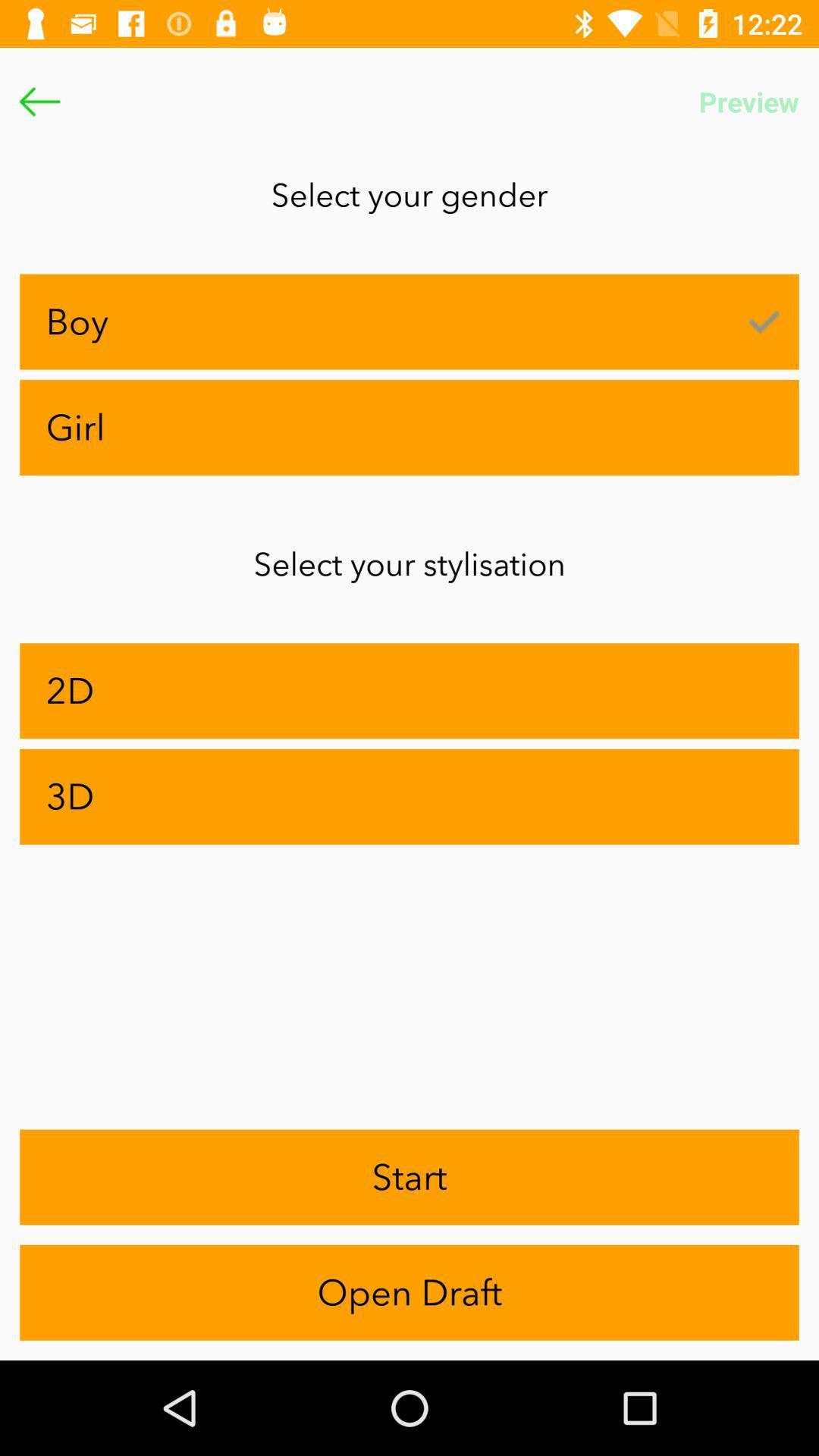 Image resolution: width=819 pixels, height=1456 pixels. What do you see at coordinates (409, 1291) in the screenshot?
I see `app below start item` at bounding box center [409, 1291].